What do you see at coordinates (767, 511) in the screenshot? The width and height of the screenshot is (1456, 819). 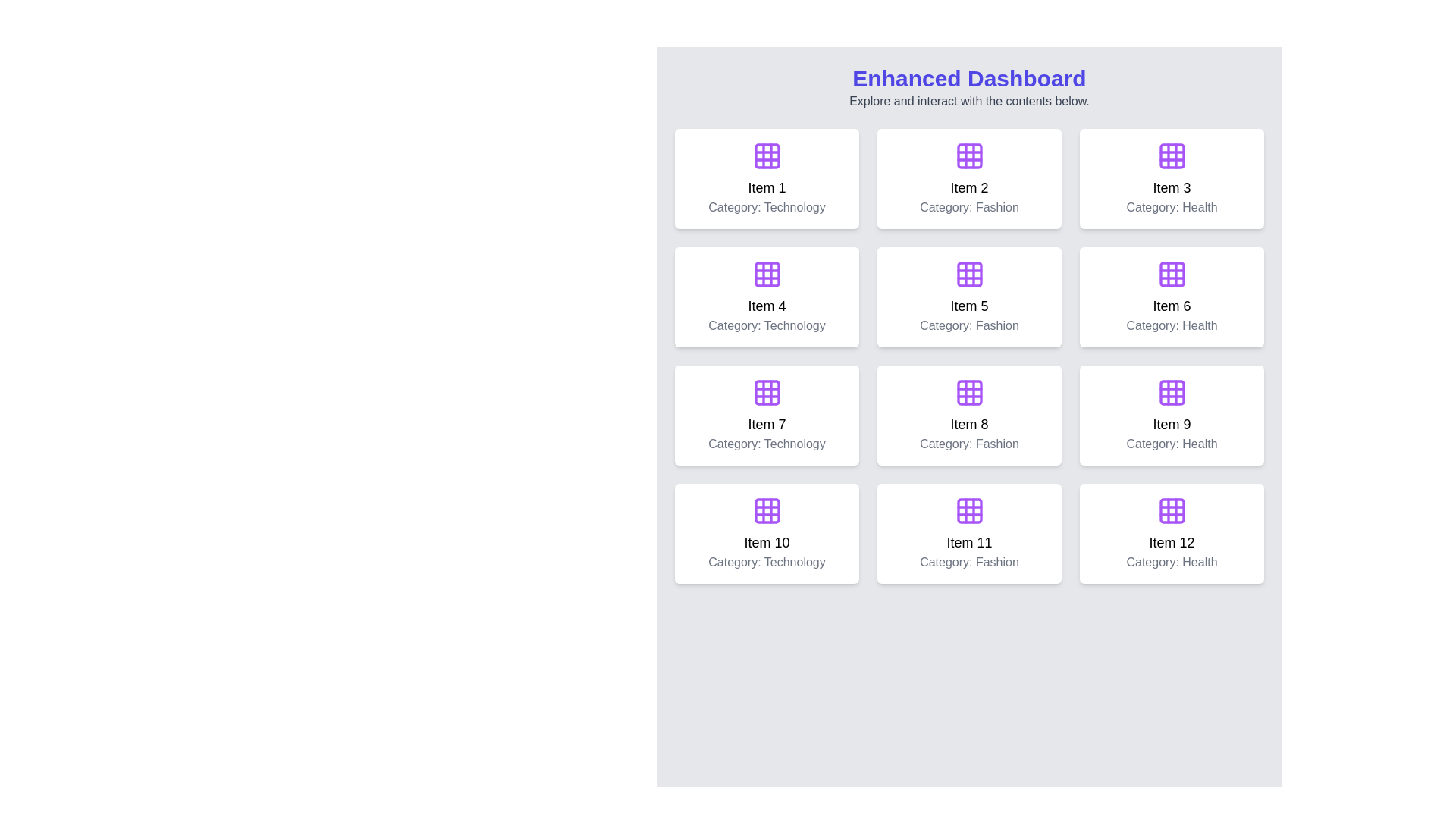 I see `the Icon (svg) representing the grid or categorization concept on the item card labeled 'Item 10', located in the third row and first column of the grid layout` at bounding box center [767, 511].